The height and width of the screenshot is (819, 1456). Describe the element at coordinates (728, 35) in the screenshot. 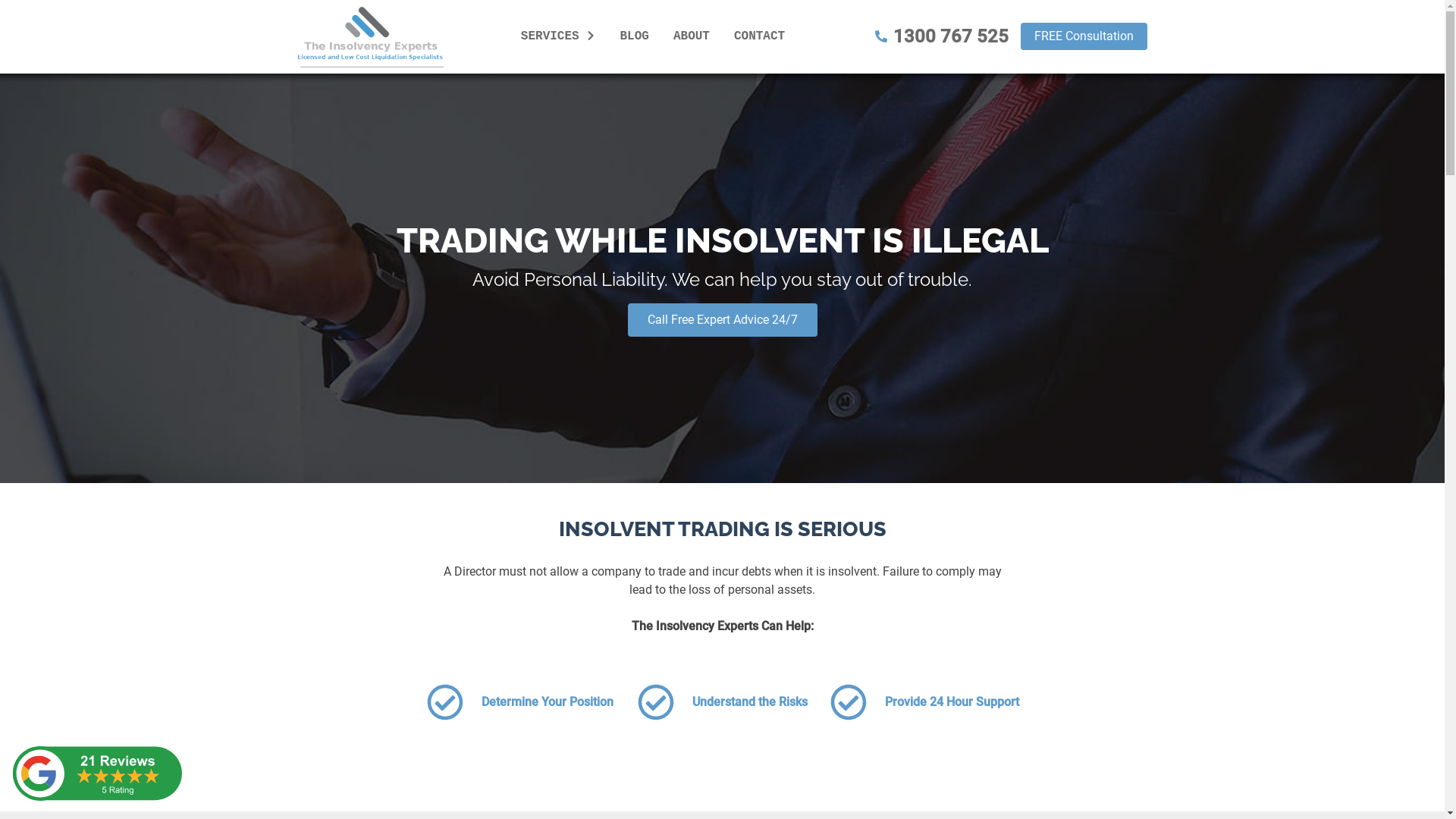

I see `'CONTACT'` at that location.